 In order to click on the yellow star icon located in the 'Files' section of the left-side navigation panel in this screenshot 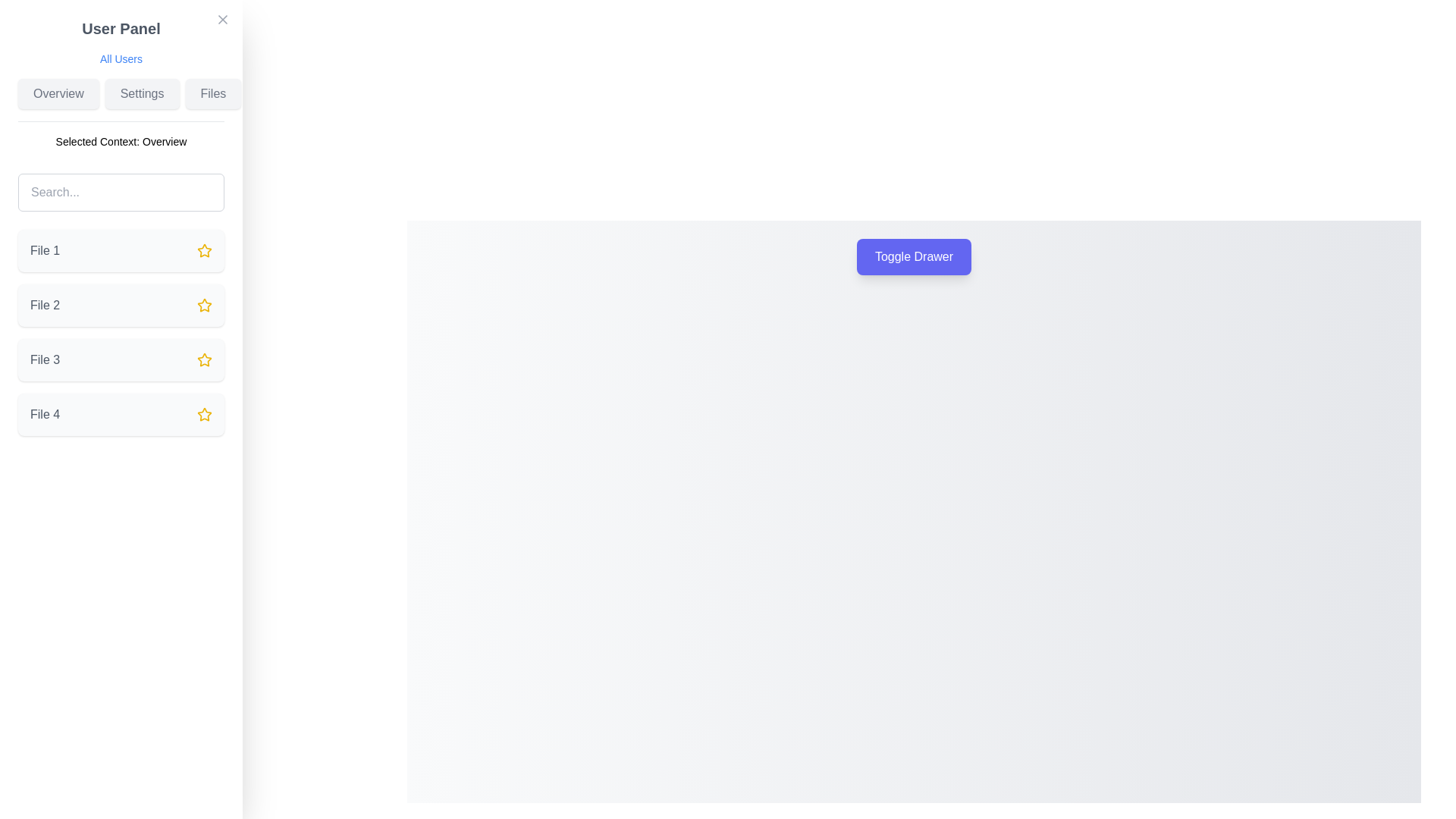, I will do `click(203, 359)`.